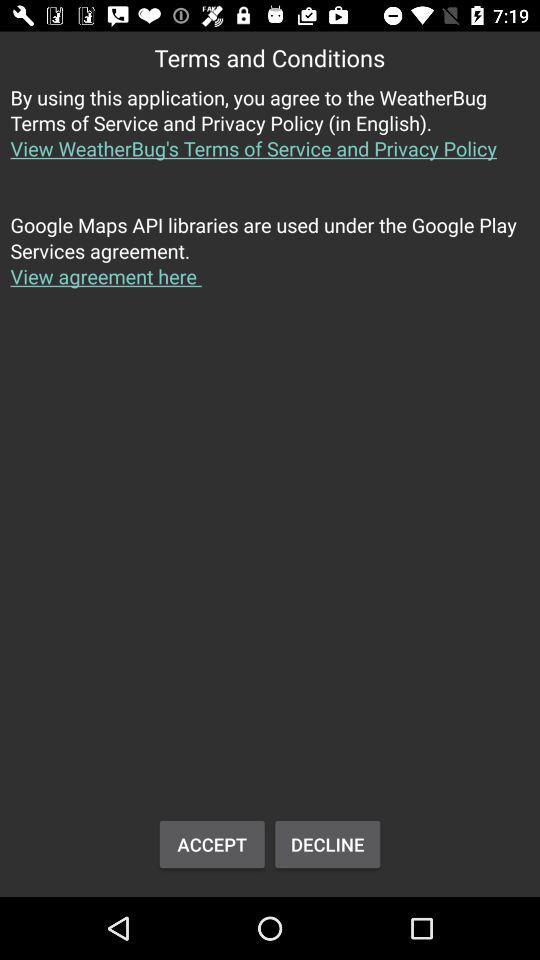 Image resolution: width=540 pixels, height=960 pixels. I want to click on icon above google maps api item, so click(270, 133).